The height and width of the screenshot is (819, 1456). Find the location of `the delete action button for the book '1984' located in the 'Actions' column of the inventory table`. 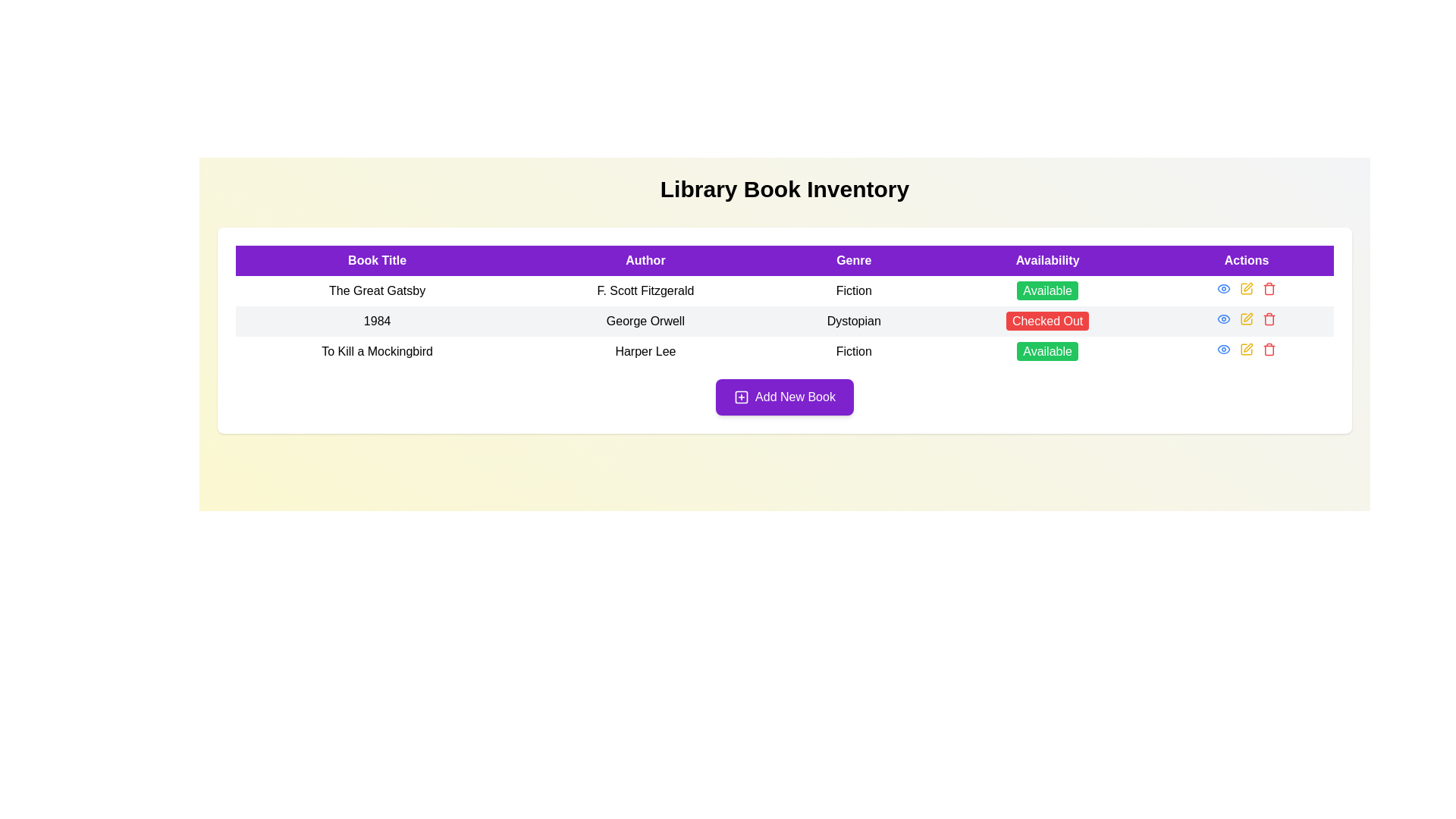

the delete action button for the book '1984' located in the 'Actions' column of the inventory table is located at coordinates (1269, 289).